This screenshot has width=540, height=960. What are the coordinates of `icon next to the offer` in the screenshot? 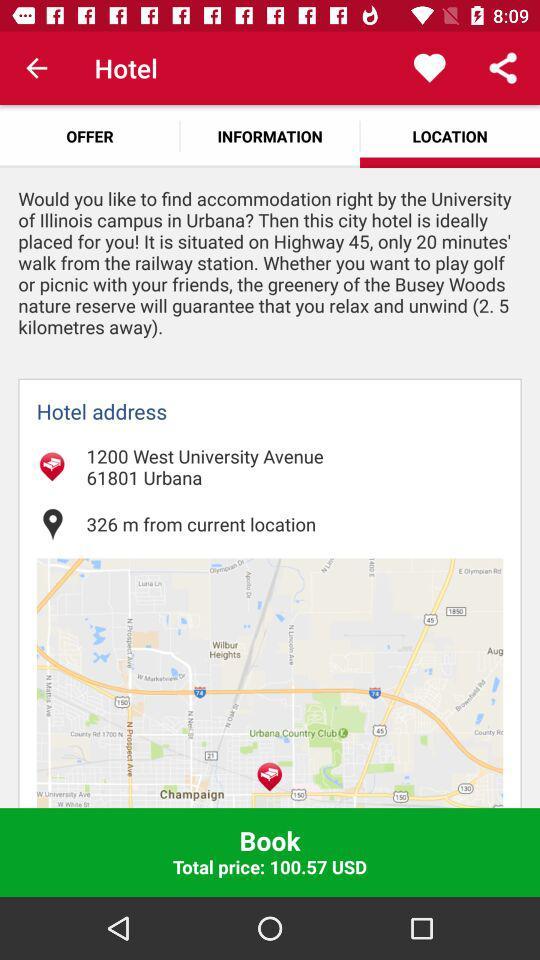 It's located at (270, 135).